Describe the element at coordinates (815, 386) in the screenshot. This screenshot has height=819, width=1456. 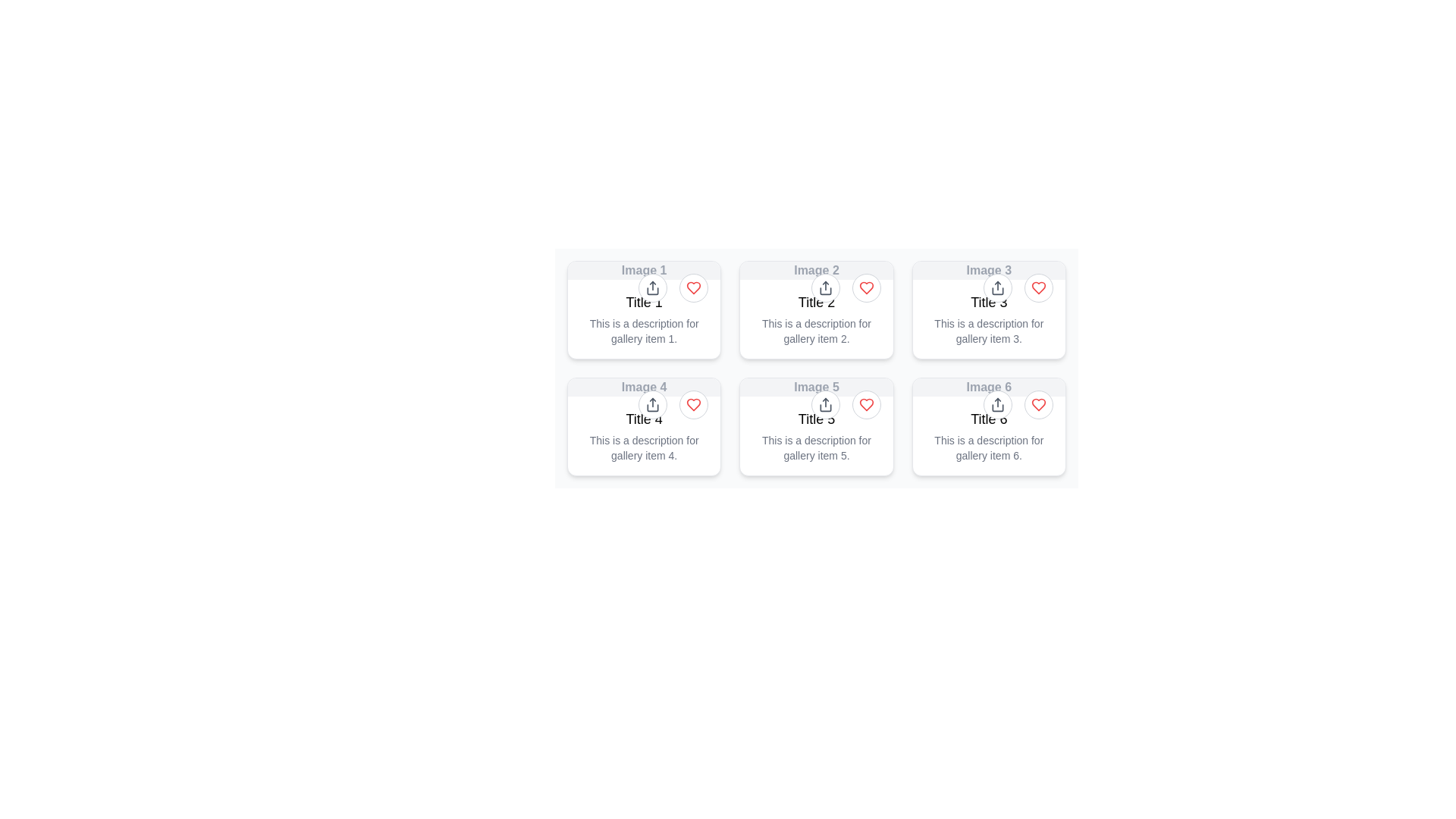
I see `the text label displaying 'Image 5', which is styled in gray and bold font, located at the top of its card in the second row, first column of a 3x2 grid layout` at that location.